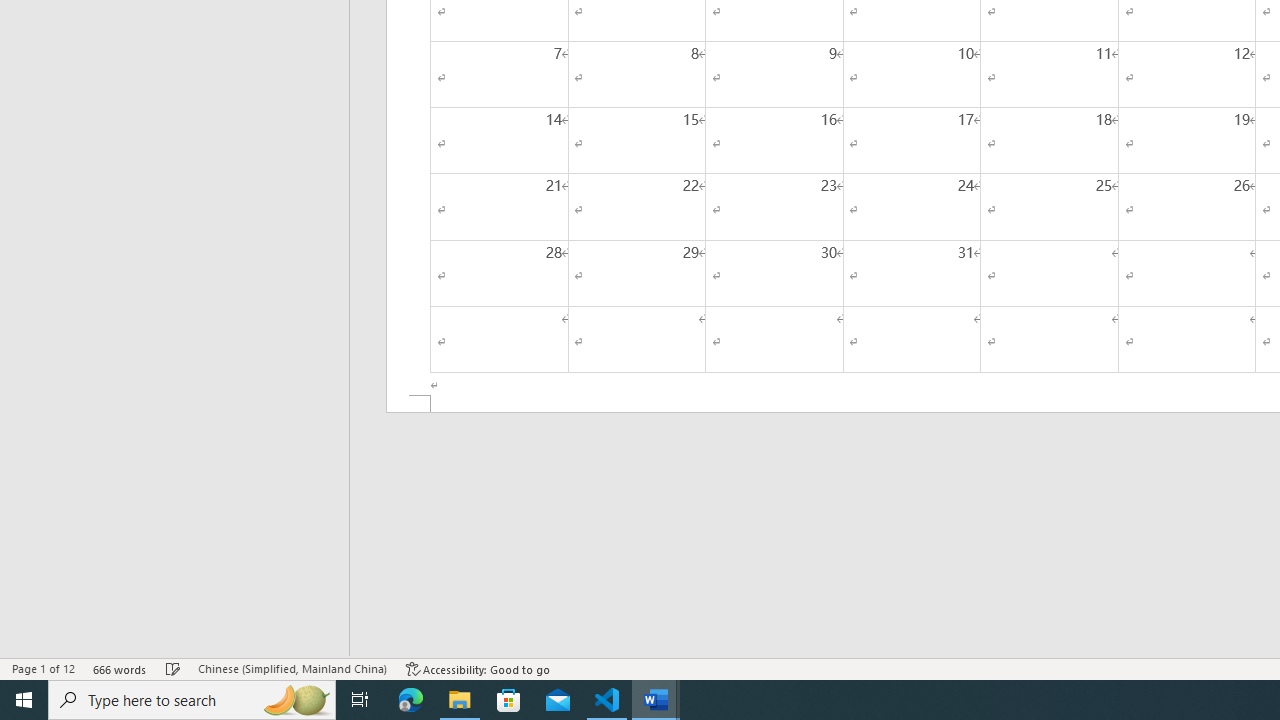 Image resolution: width=1280 pixels, height=720 pixels. Describe the element at coordinates (43, 669) in the screenshot. I see `'Page Number Page 1 of 12'` at that location.